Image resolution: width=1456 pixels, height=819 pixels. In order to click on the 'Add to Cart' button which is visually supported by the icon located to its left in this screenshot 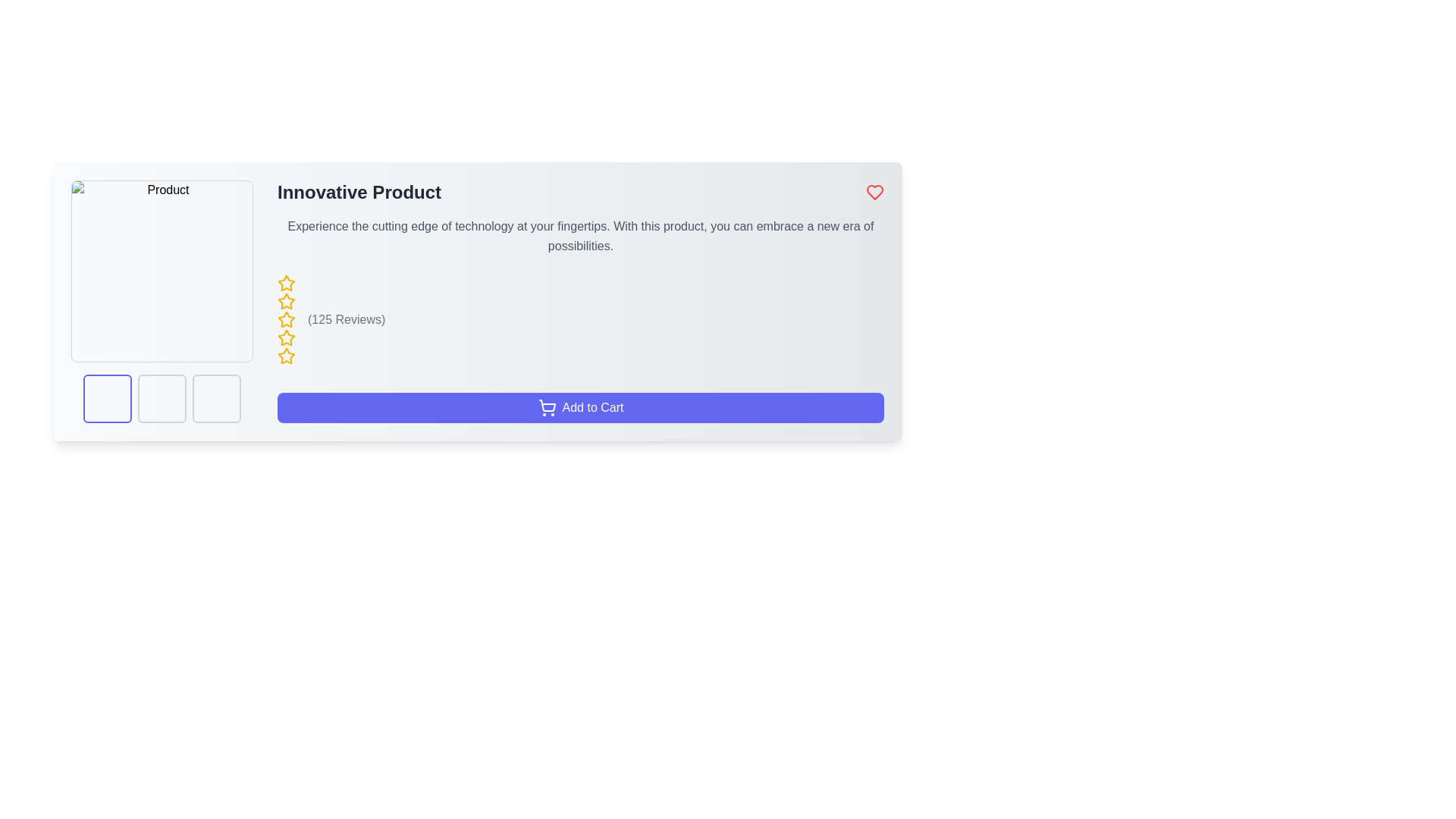, I will do `click(546, 406)`.